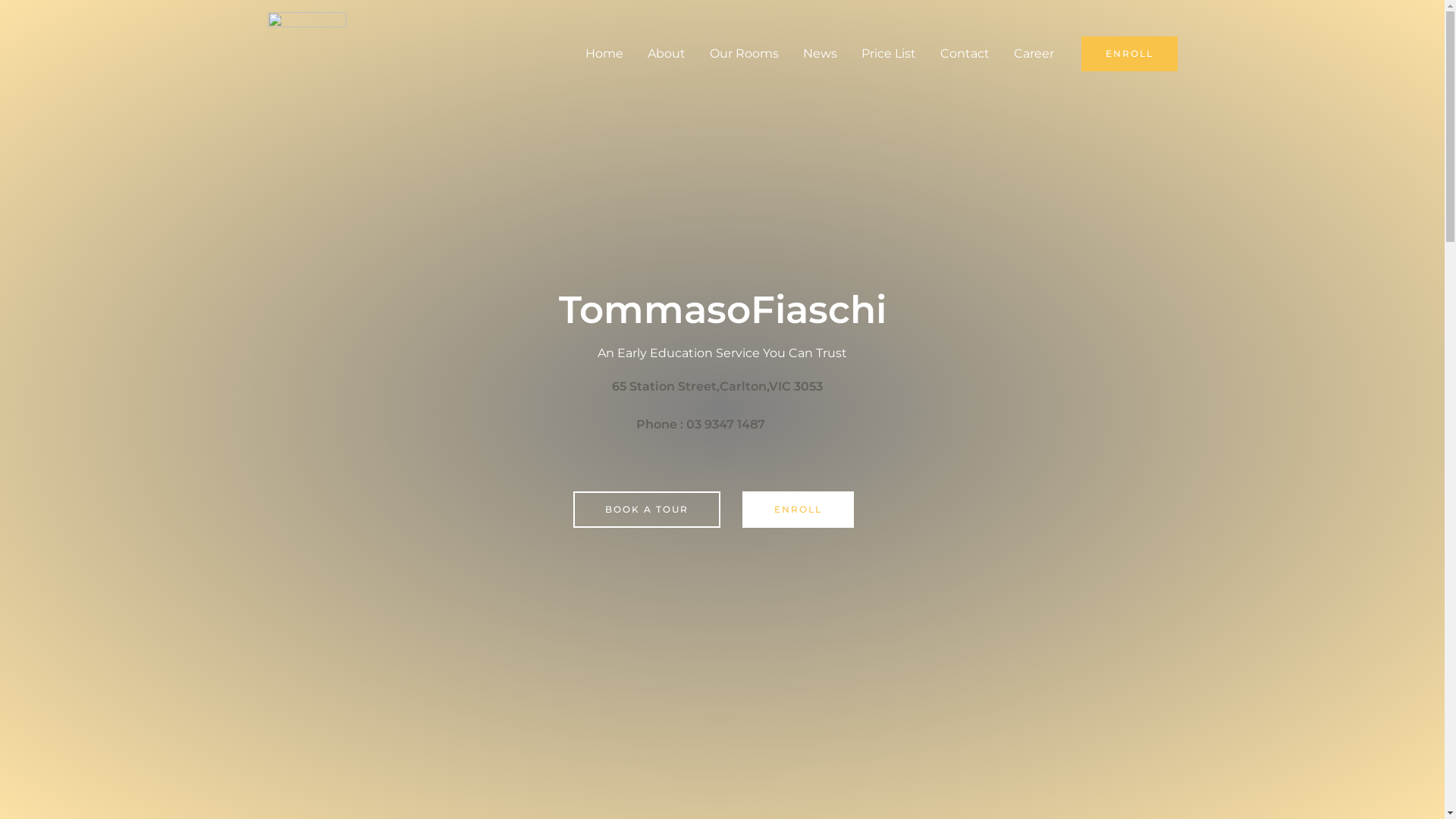  Describe the element at coordinates (572, 52) in the screenshot. I see `'Home'` at that location.